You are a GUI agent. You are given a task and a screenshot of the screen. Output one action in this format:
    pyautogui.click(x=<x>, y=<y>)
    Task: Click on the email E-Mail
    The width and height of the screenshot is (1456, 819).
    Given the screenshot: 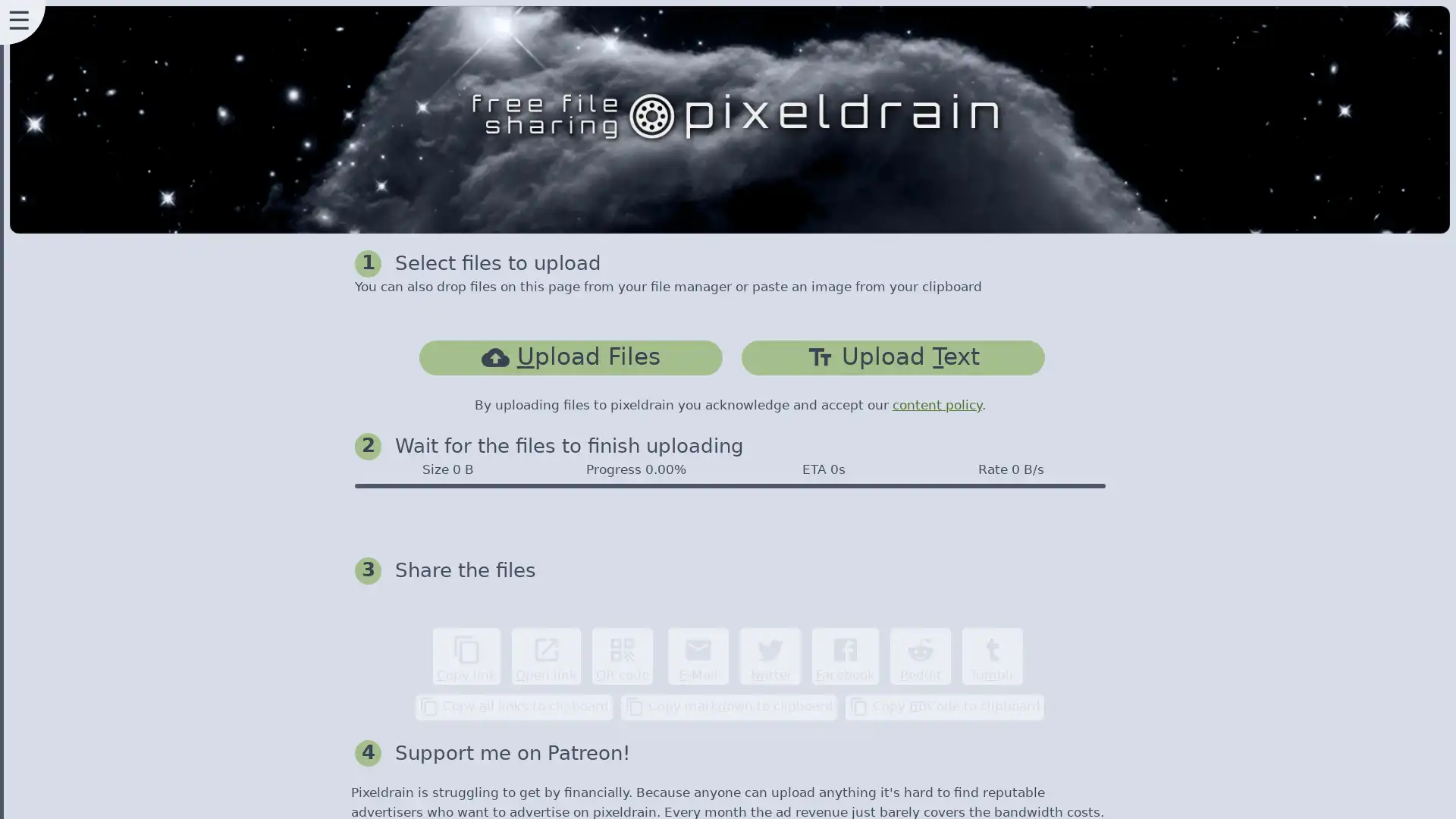 What is the action you would take?
    pyautogui.click(x=805, y=655)
    